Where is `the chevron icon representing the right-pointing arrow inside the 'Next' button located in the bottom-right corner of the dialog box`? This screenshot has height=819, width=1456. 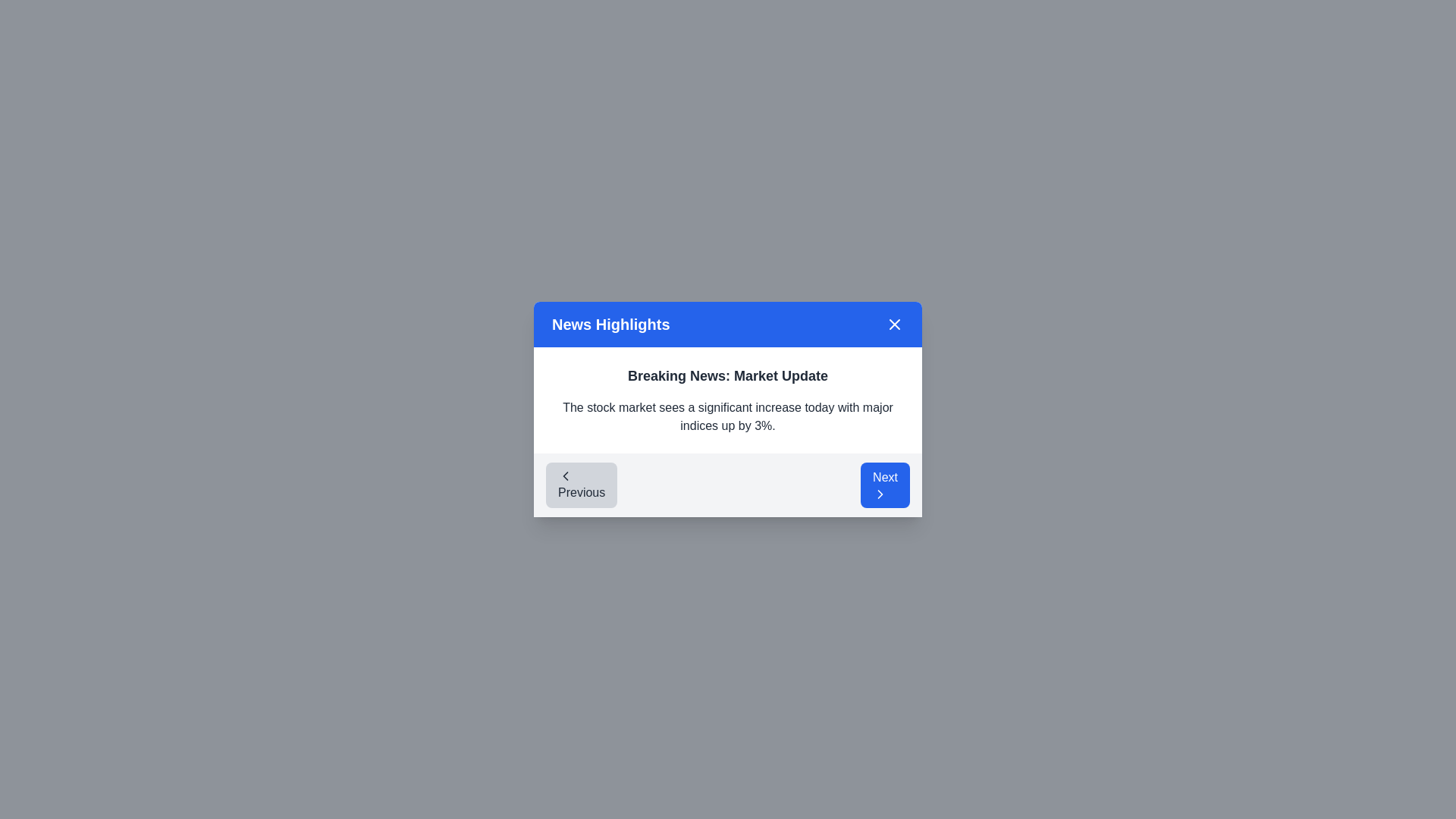 the chevron icon representing the right-pointing arrow inside the 'Next' button located in the bottom-right corner of the dialog box is located at coordinates (880, 494).